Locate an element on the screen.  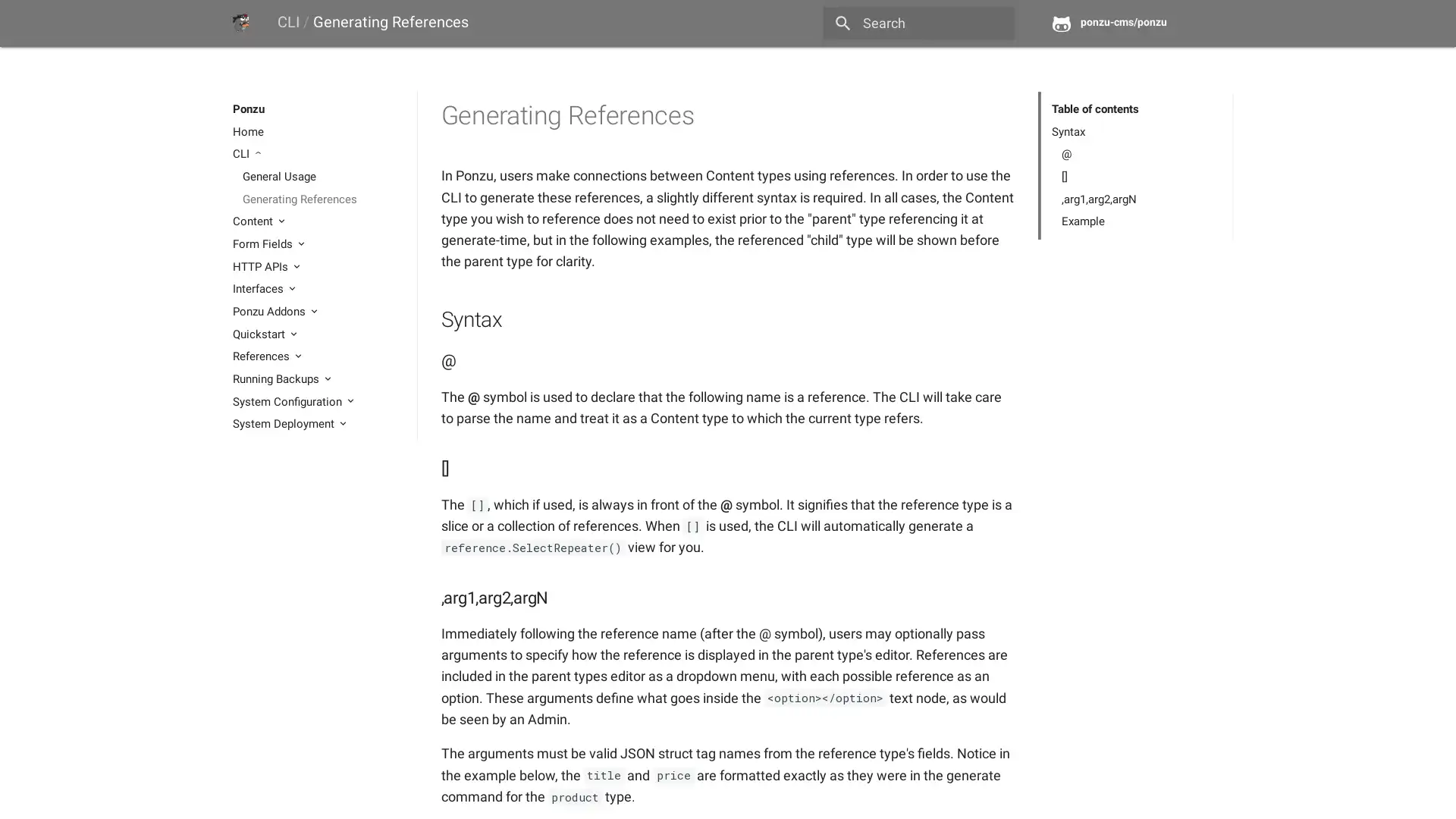
close is located at coordinates (994, 23).